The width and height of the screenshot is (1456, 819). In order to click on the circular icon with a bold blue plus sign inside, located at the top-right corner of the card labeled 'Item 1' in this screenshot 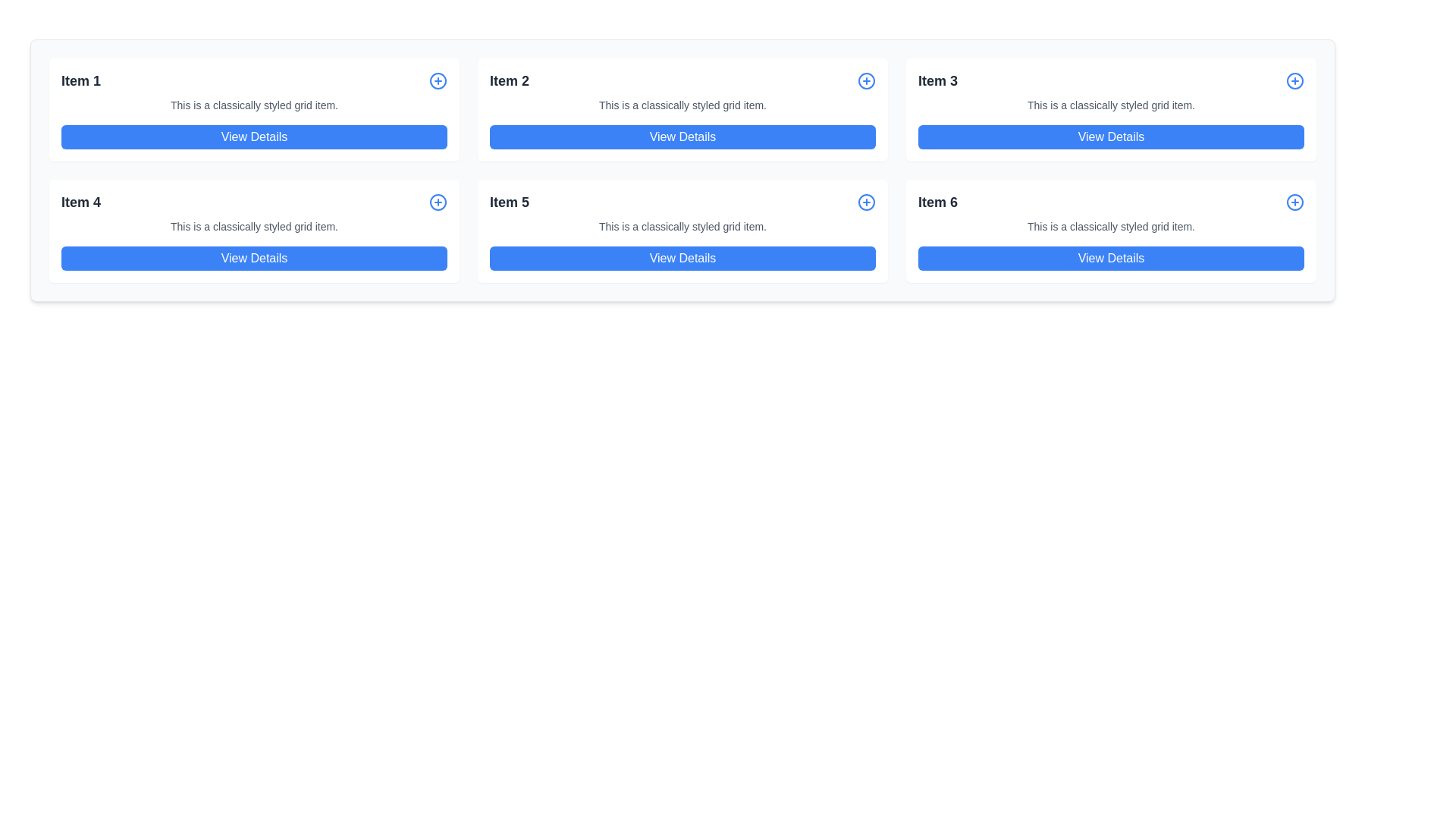, I will do `click(437, 81)`.